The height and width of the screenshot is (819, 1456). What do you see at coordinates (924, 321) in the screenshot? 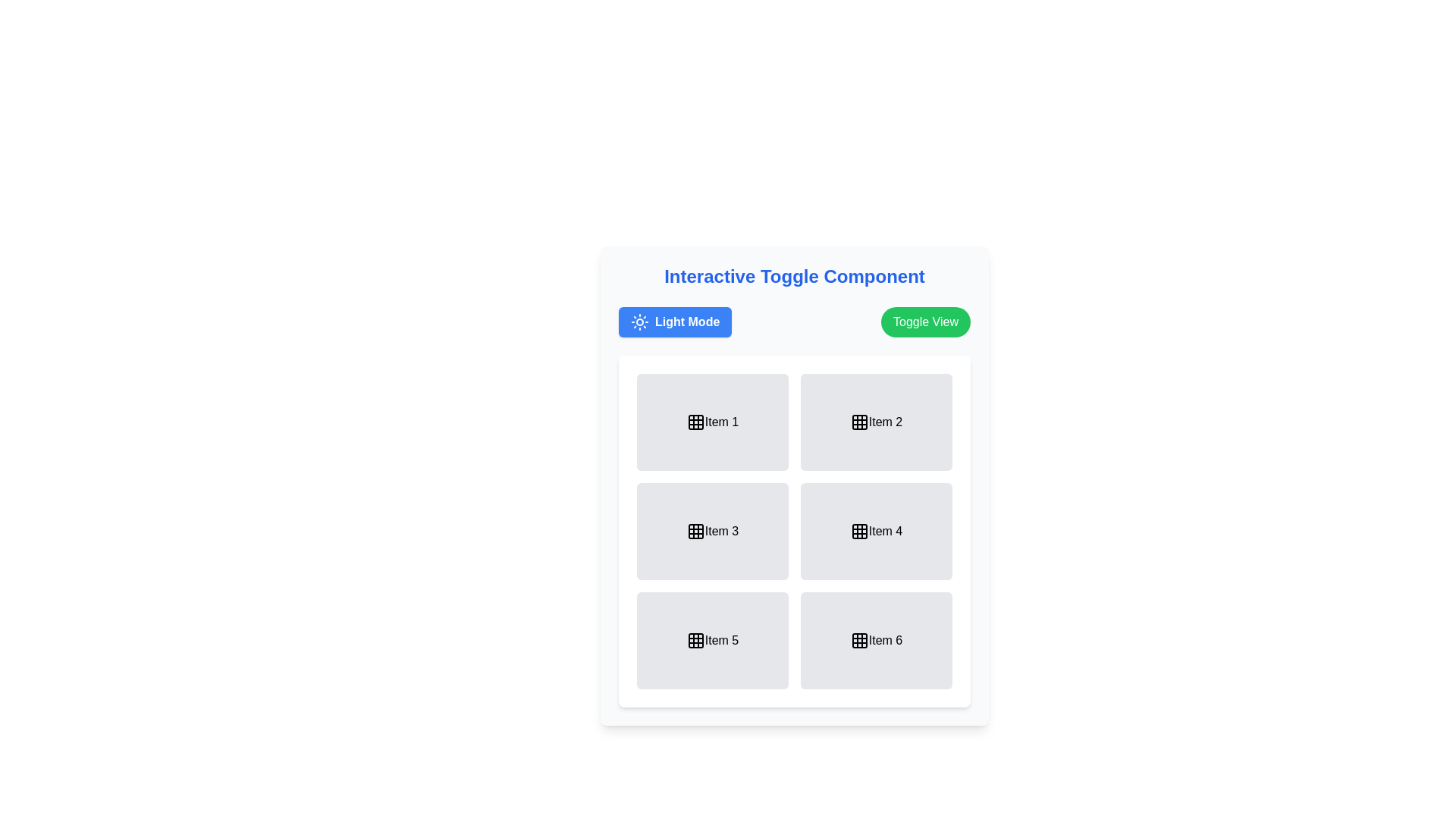
I see `the button located to the right of the 'Light Mode' button` at bounding box center [924, 321].